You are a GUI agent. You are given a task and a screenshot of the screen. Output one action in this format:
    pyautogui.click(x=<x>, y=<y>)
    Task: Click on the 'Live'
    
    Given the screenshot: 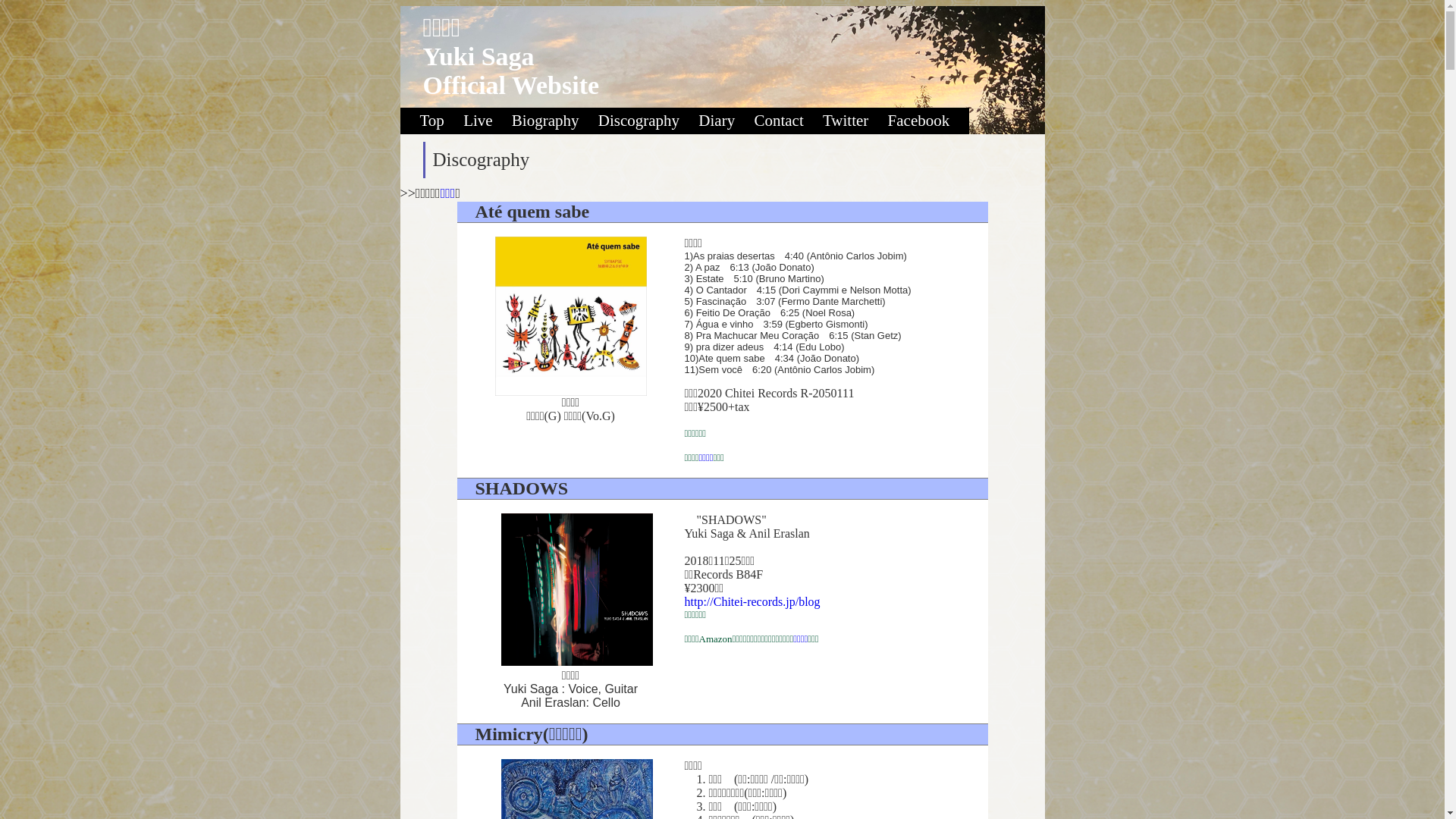 What is the action you would take?
    pyautogui.click(x=485, y=119)
    